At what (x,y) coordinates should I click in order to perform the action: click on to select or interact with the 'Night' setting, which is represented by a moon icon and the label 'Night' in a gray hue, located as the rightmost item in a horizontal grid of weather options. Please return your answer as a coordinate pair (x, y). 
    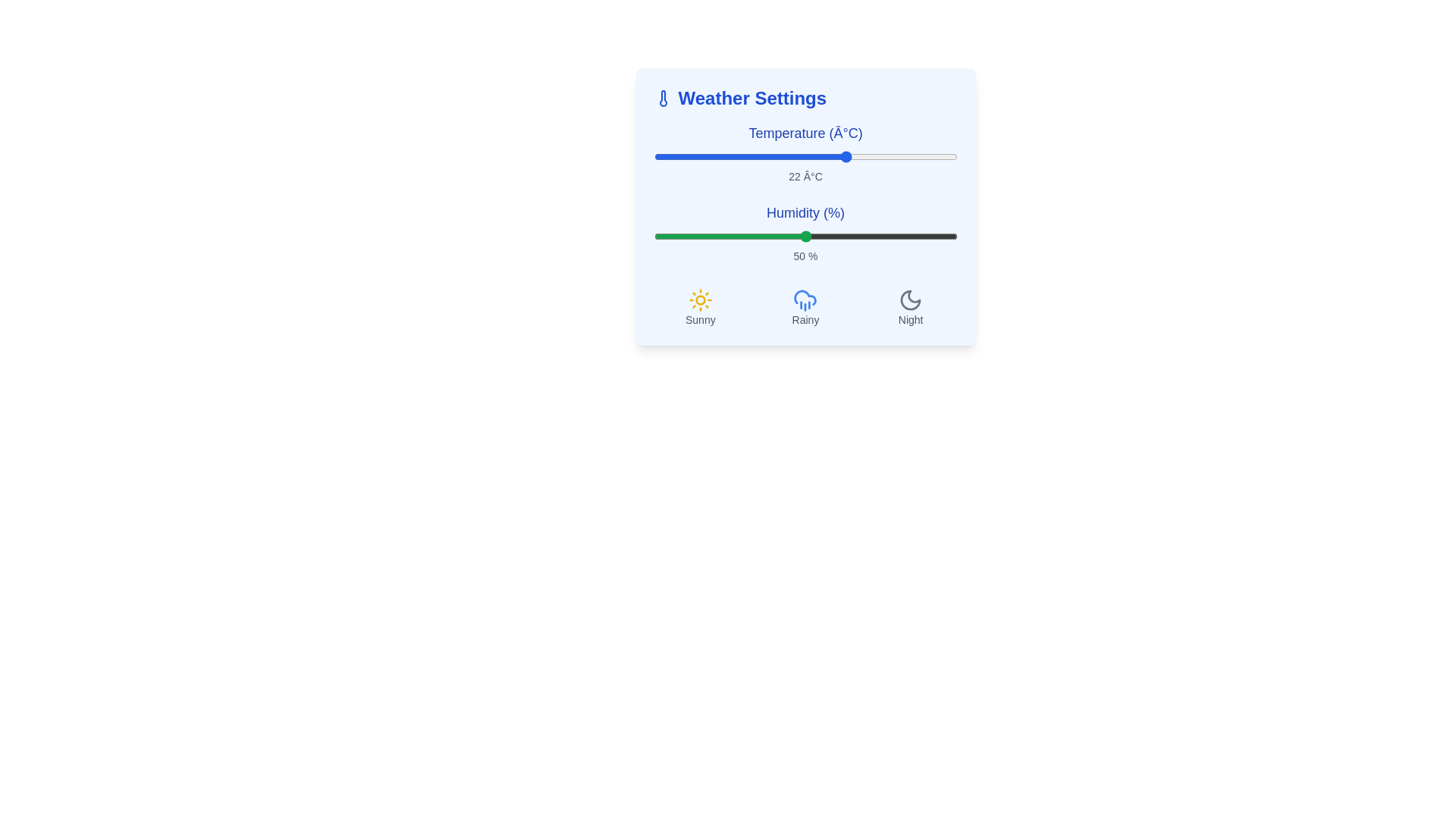
    Looking at the image, I should click on (910, 307).